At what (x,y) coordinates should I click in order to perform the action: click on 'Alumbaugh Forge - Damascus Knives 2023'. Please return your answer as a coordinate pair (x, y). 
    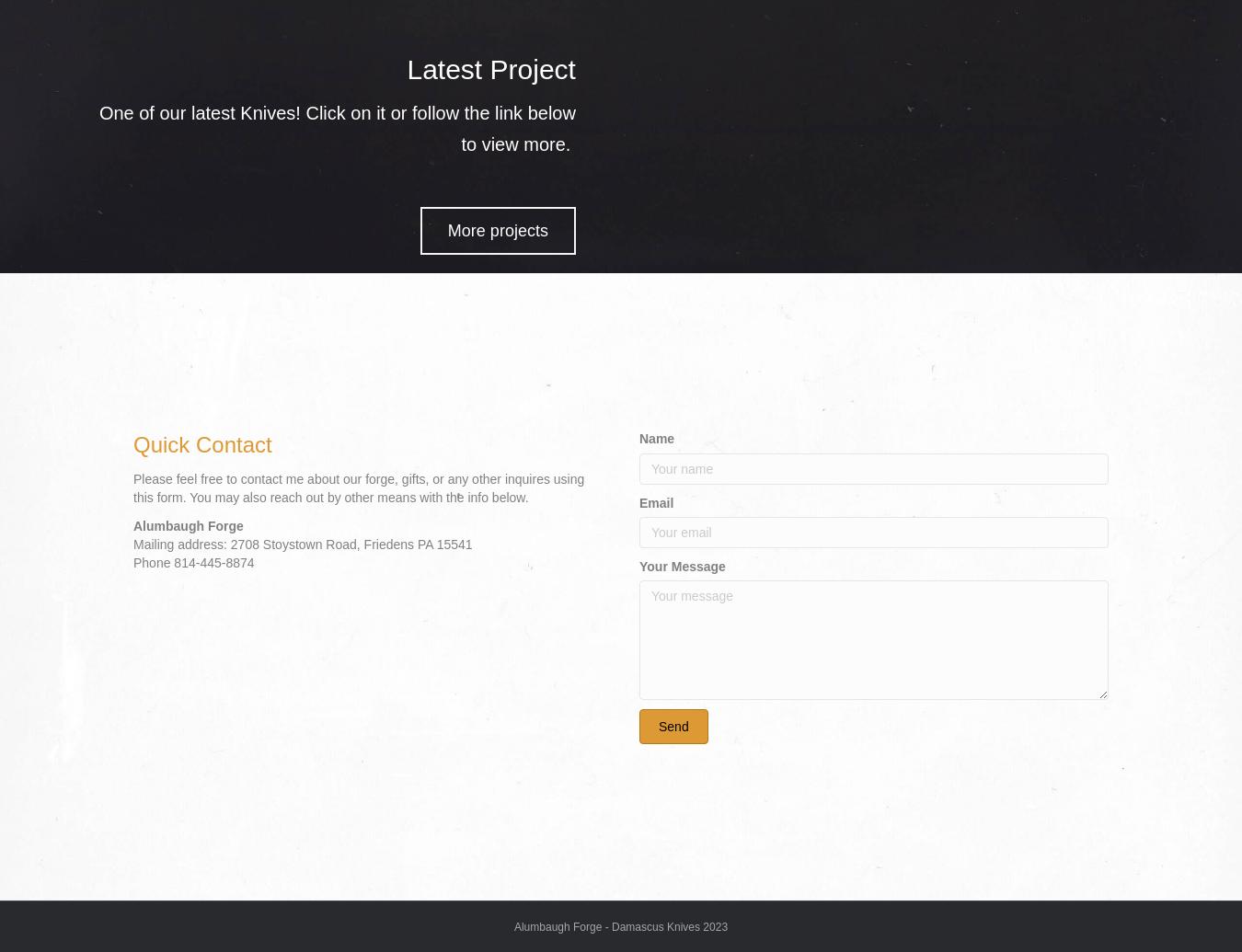
    Looking at the image, I should click on (620, 925).